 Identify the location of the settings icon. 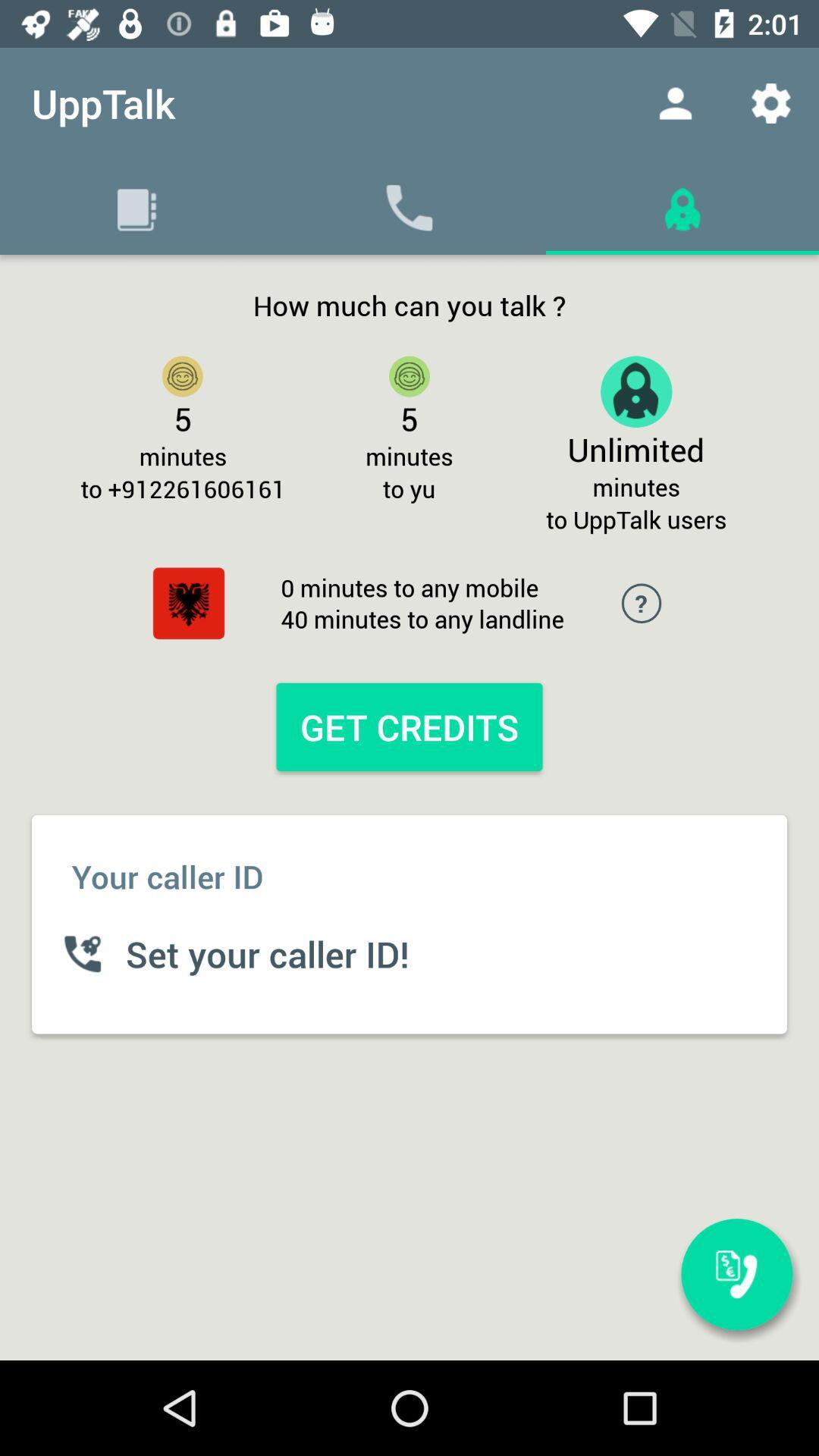
(188, 602).